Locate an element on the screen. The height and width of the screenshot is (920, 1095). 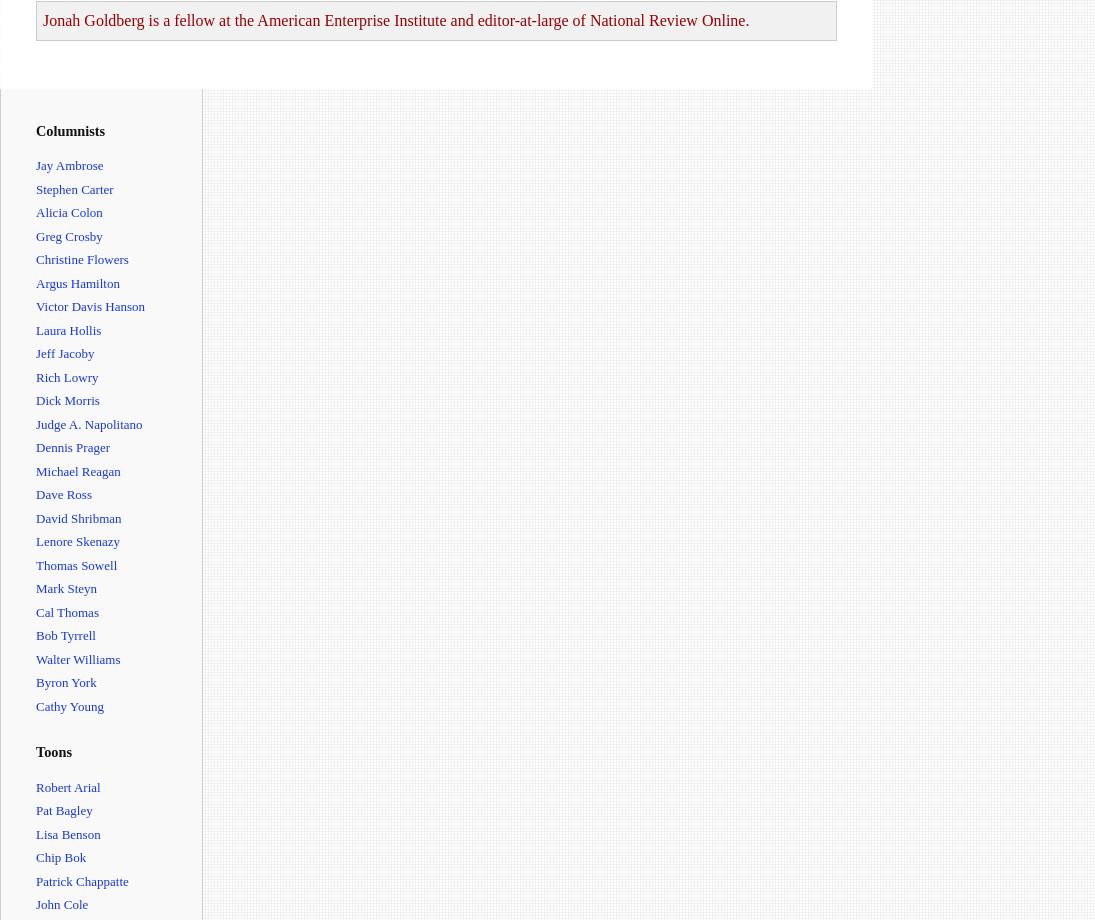
'Columnists' is located at coordinates (69, 130).